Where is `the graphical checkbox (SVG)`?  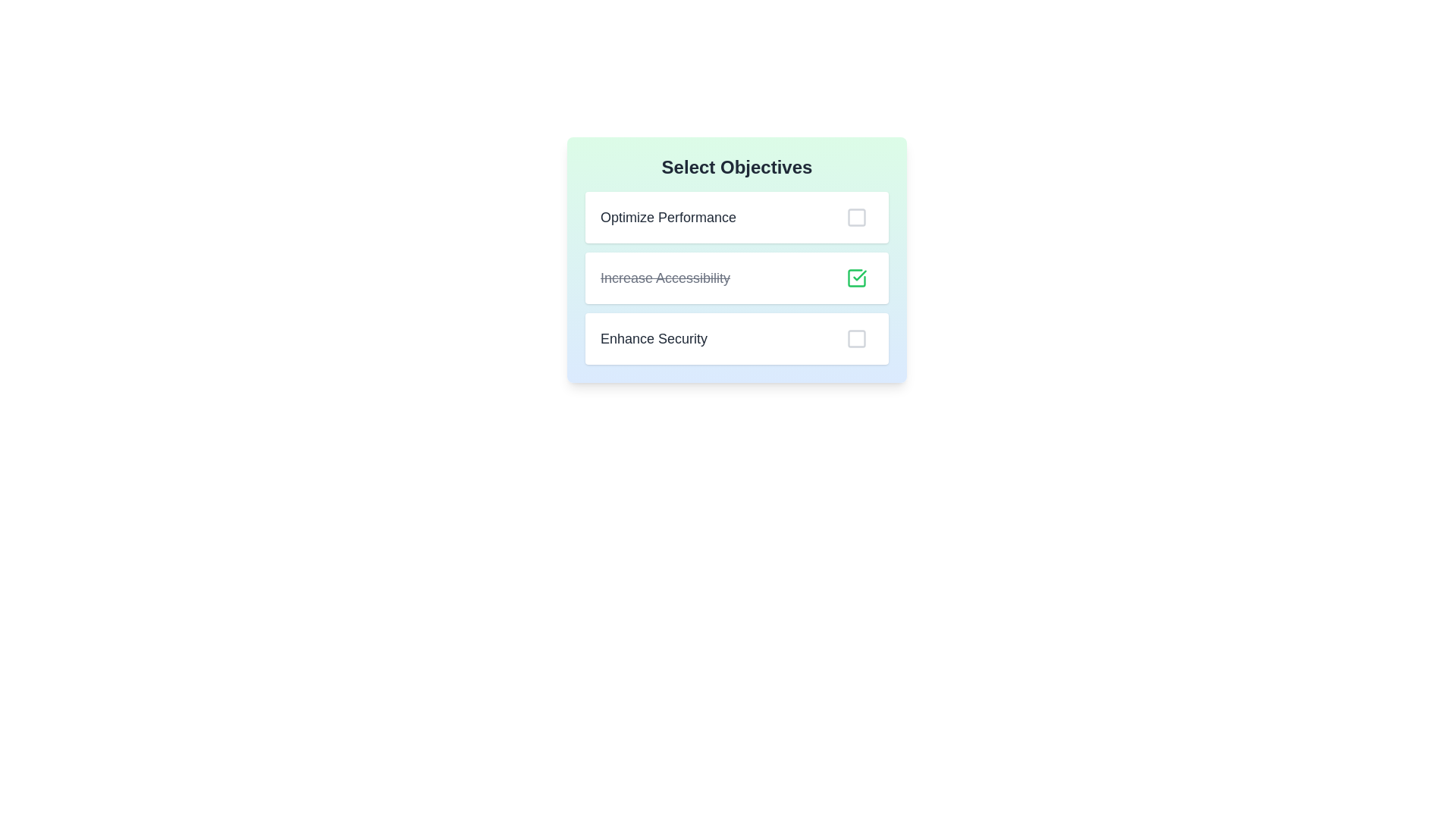 the graphical checkbox (SVG) is located at coordinates (860, 275).